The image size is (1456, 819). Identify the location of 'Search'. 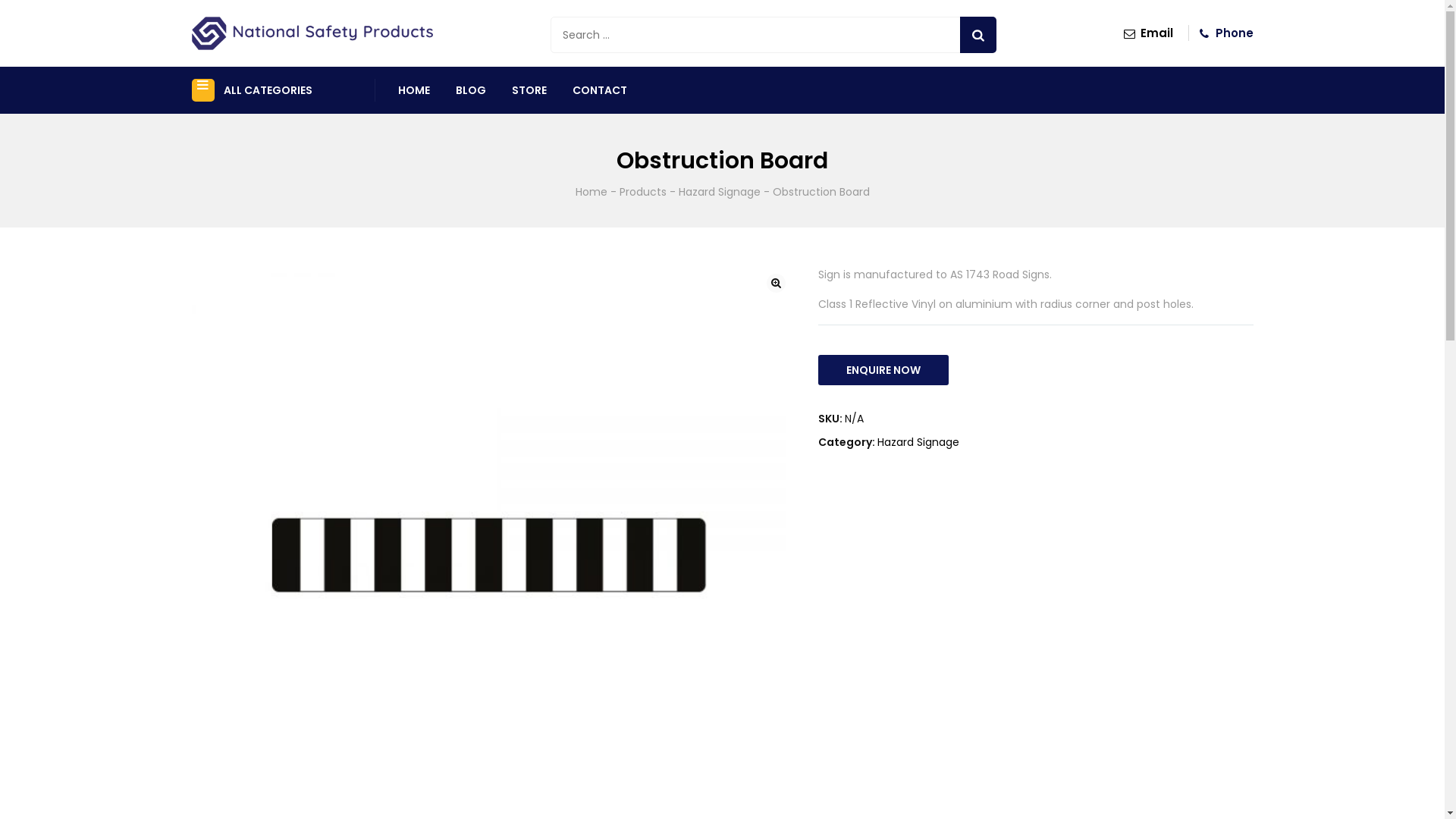
(978, 34).